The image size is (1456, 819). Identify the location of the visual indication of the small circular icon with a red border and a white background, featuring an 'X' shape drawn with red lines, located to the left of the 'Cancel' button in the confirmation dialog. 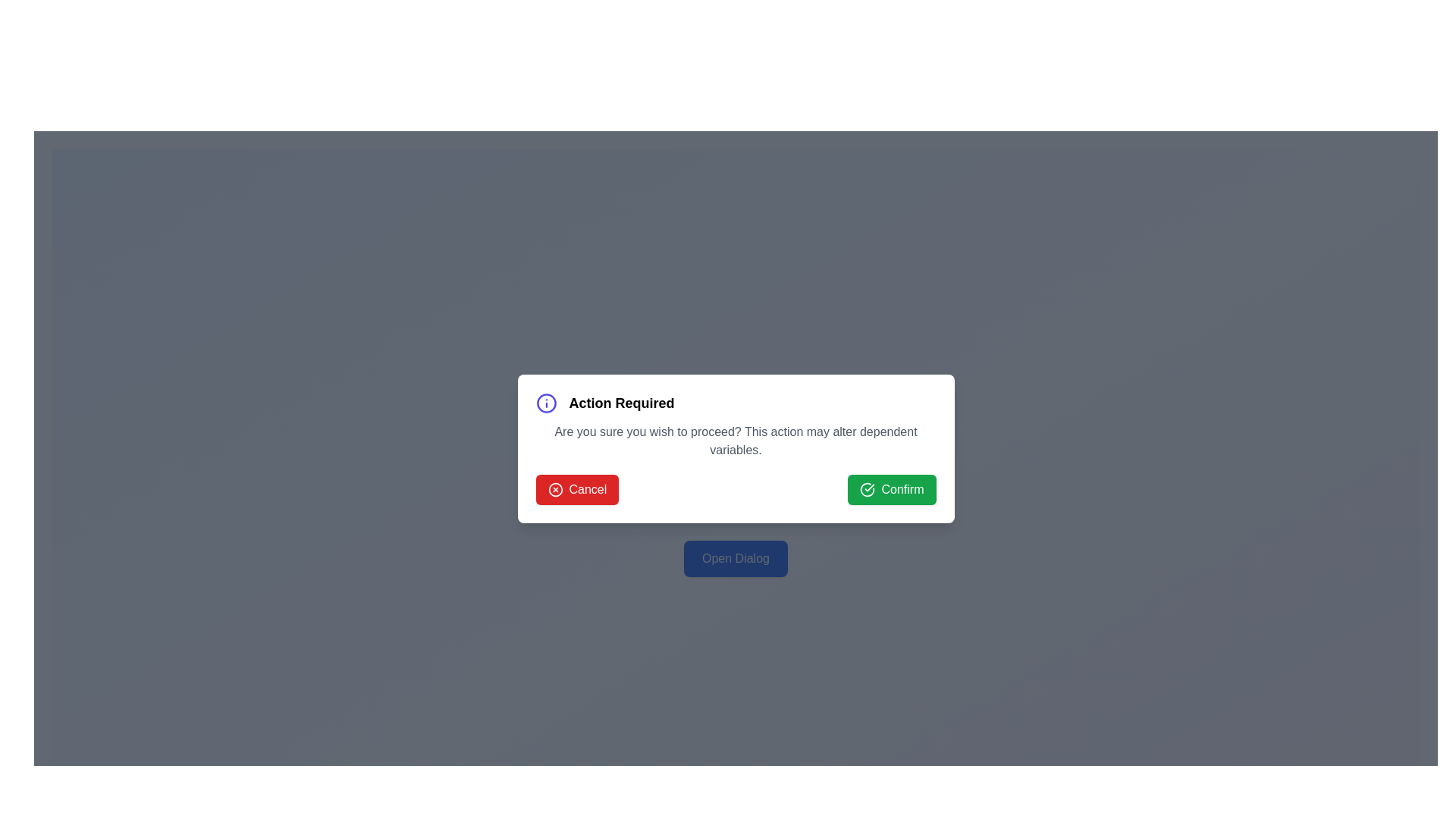
(554, 489).